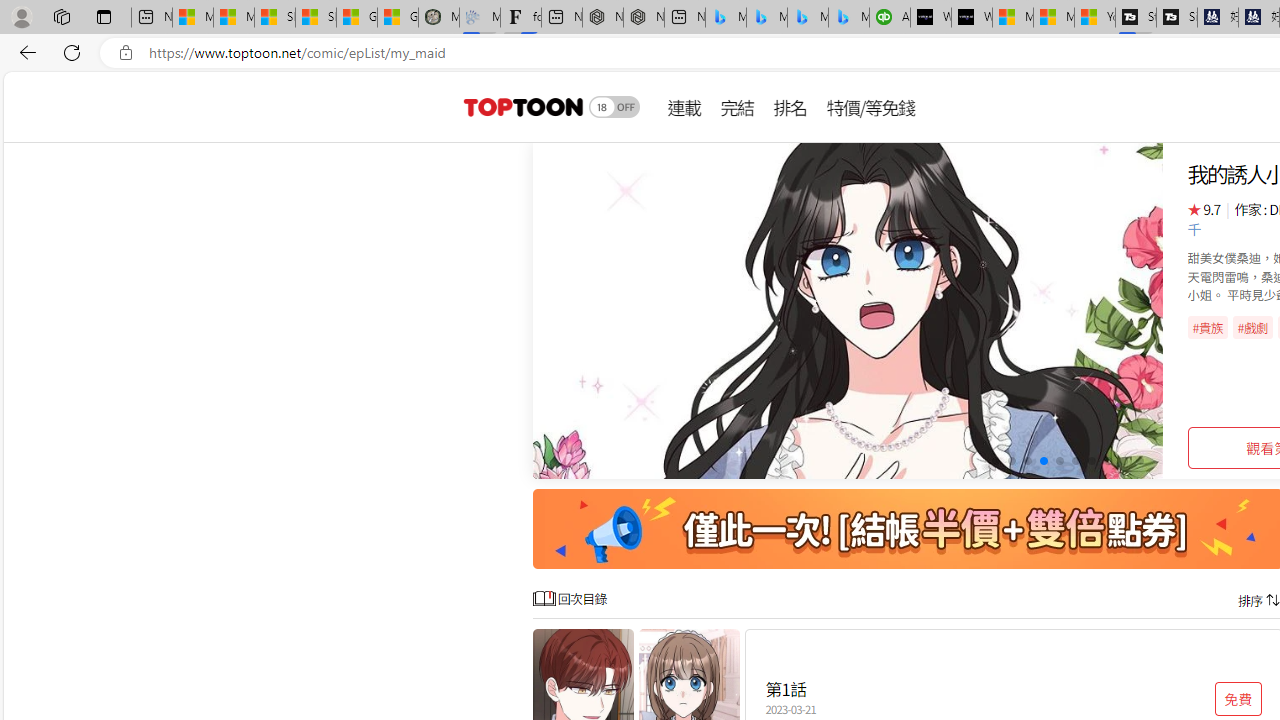 The height and width of the screenshot is (720, 1280). I want to click on 'What', so click(972, 17).